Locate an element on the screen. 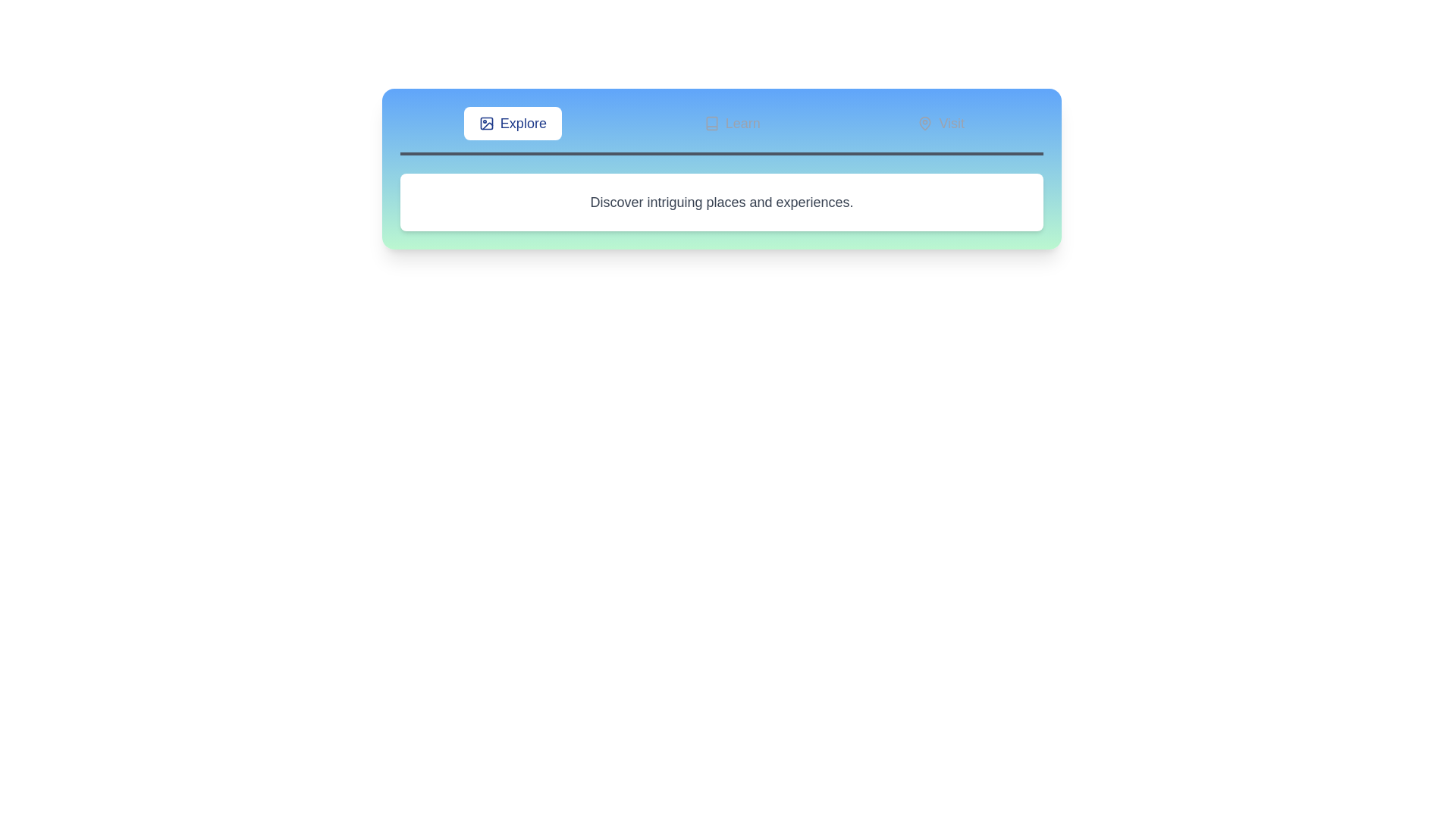 The image size is (1456, 819). the Navigation menu at the center point is located at coordinates (720, 130).